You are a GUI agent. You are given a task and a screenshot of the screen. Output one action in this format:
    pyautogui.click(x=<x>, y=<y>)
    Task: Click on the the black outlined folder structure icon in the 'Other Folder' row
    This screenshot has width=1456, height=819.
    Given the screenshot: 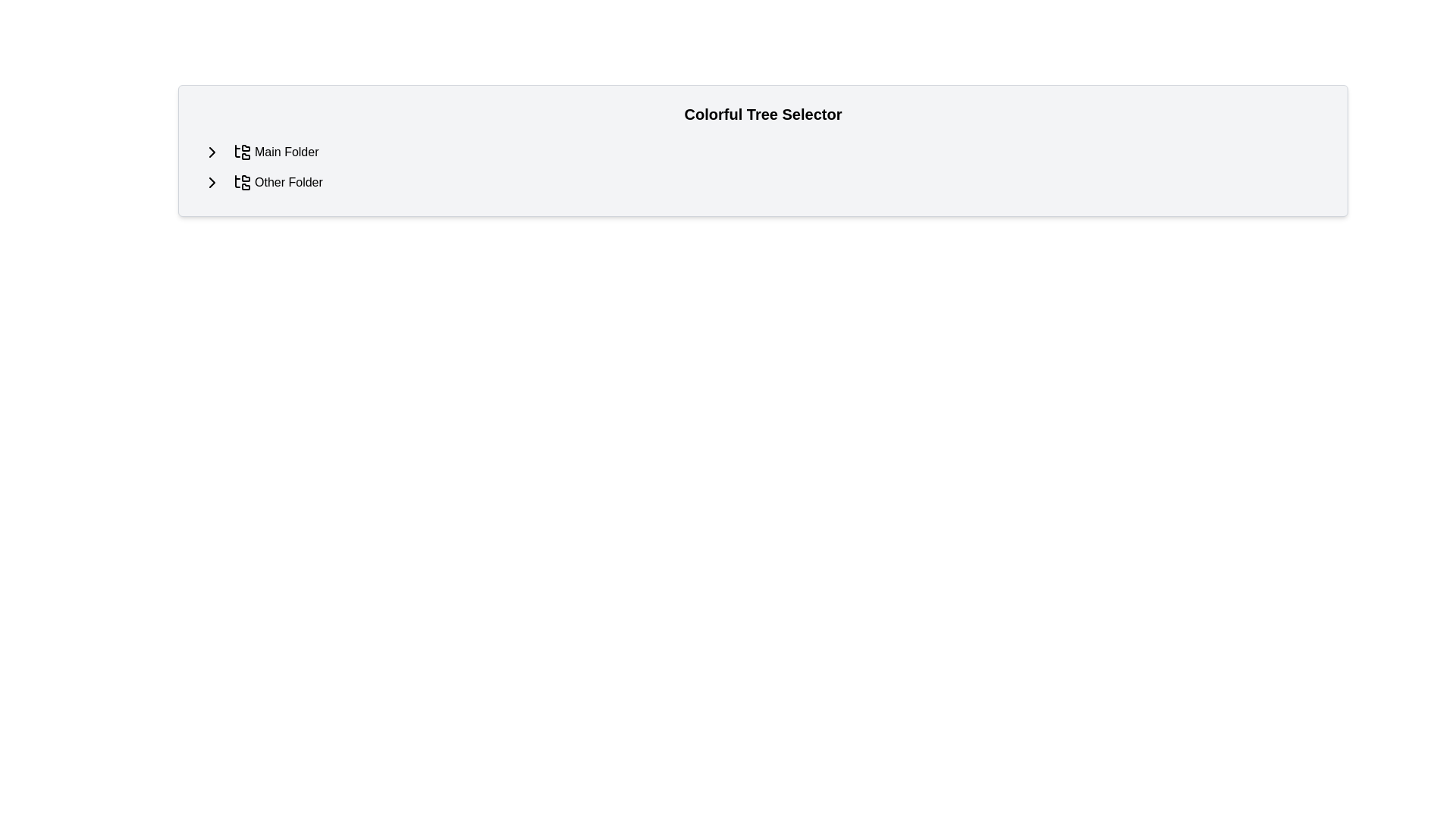 What is the action you would take?
    pyautogui.click(x=243, y=181)
    